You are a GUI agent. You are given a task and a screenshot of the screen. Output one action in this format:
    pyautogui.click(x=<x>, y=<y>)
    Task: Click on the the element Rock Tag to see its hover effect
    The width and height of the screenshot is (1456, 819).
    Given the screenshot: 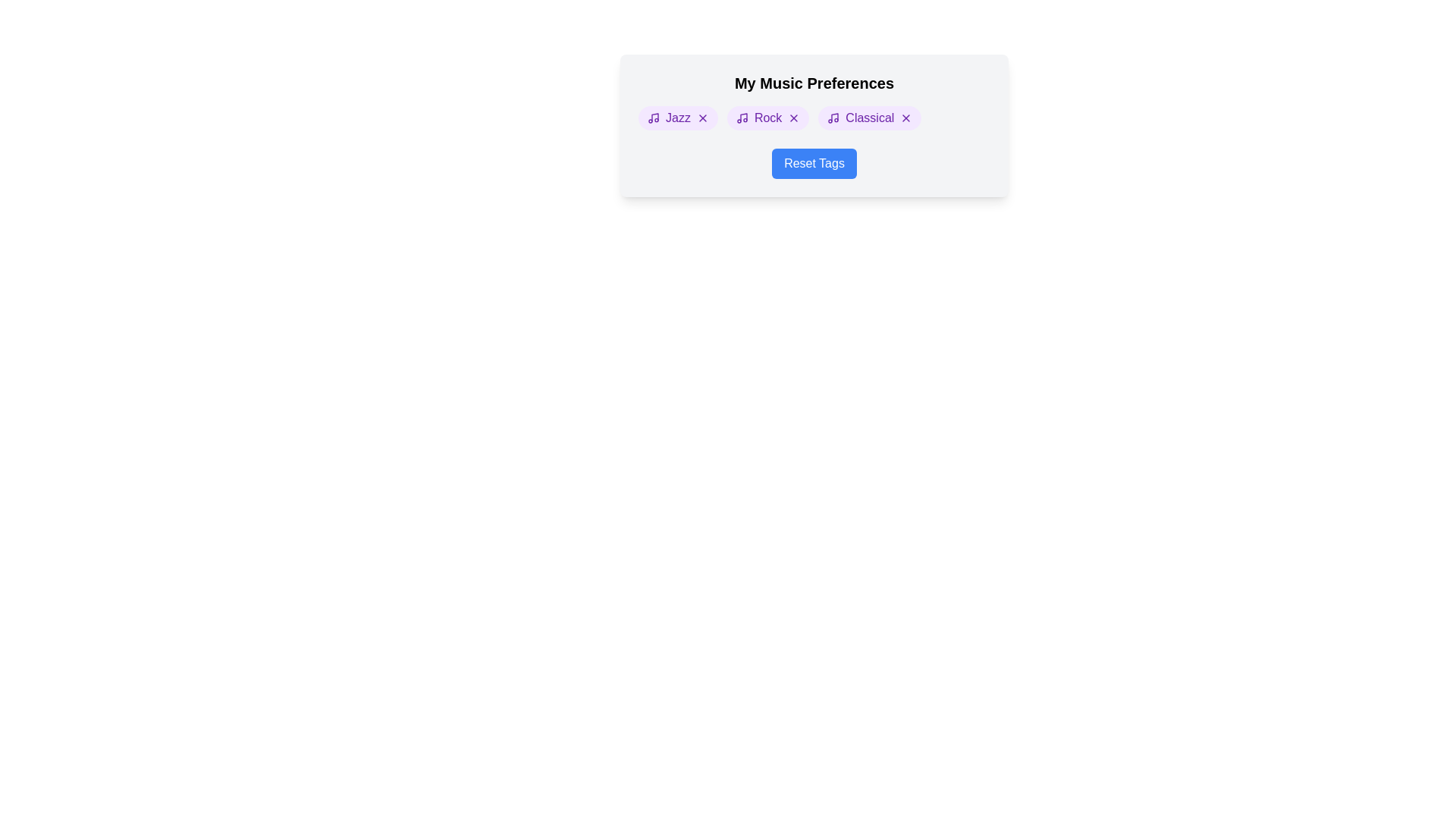 What is the action you would take?
    pyautogui.click(x=767, y=117)
    